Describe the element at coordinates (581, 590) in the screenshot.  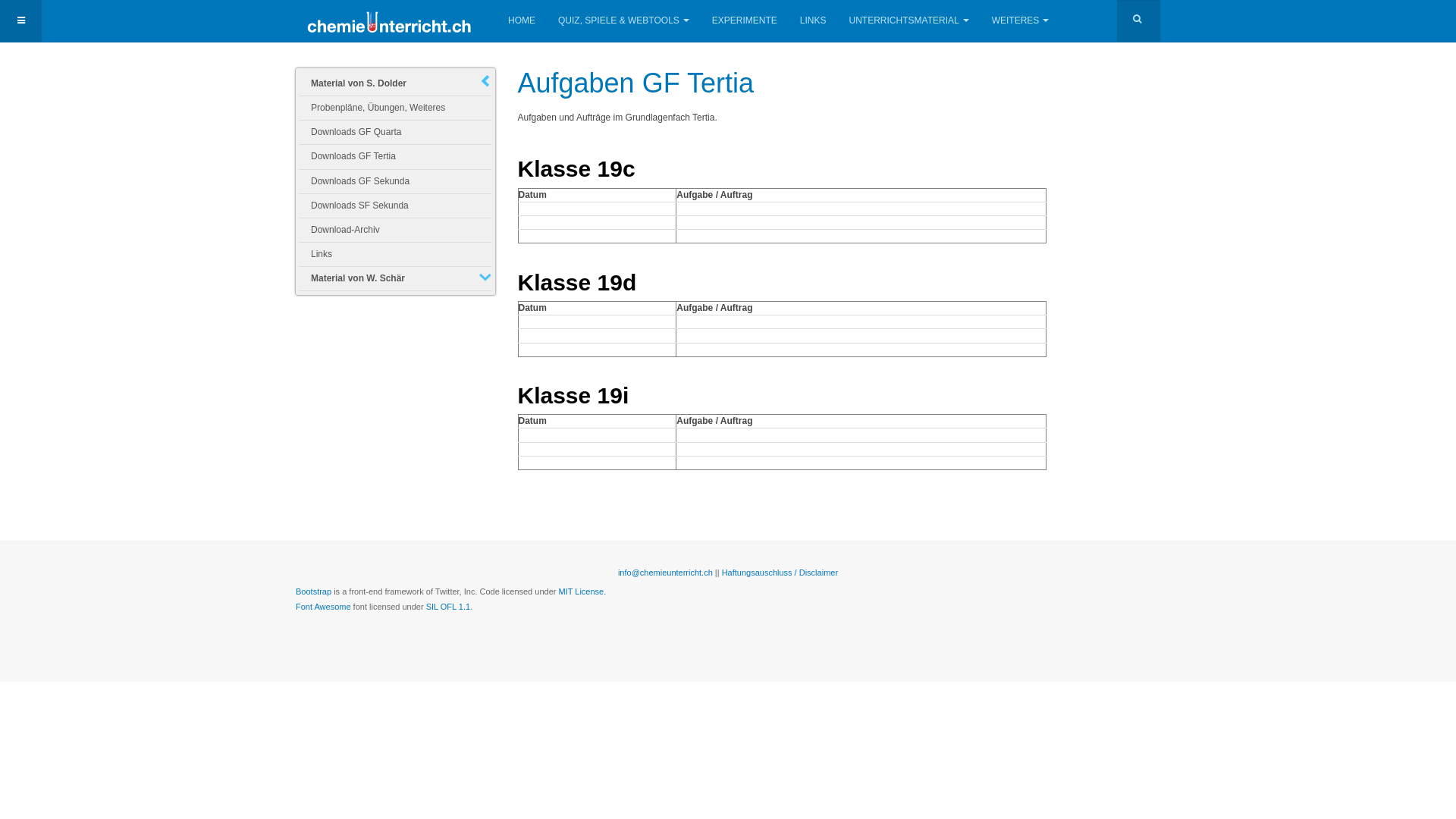
I see `'MIT License.'` at that location.